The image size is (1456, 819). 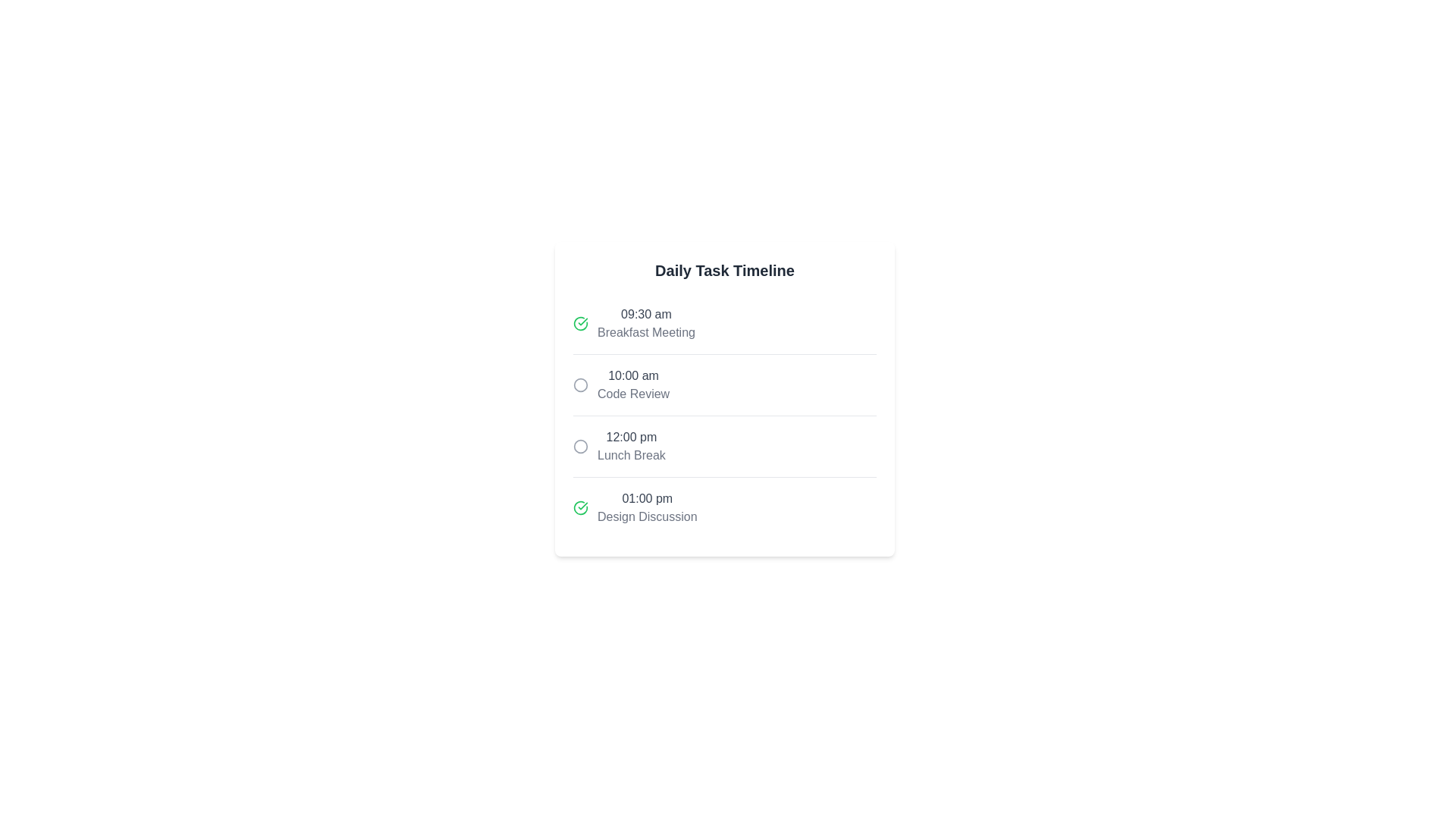 What do you see at coordinates (723, 507) in the screenshot?
I see `the fourth timeline entry showing 'Design Discussion' scheduled for '01:00 pm'` at bounding box center [723, 507].